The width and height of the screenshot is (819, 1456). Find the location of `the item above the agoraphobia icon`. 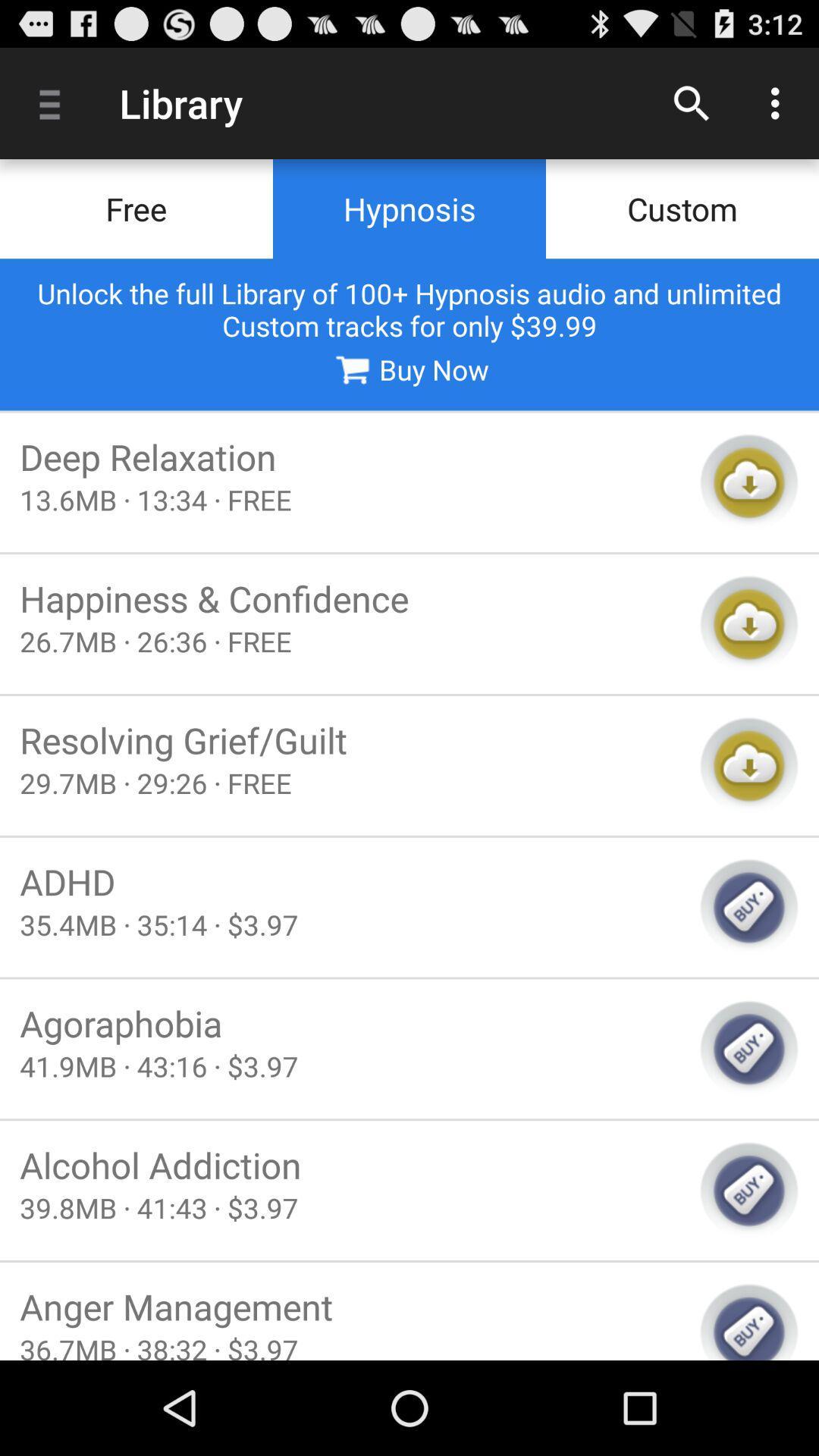

the item above the agoraphobia icon is located at coordinates (350, 924).